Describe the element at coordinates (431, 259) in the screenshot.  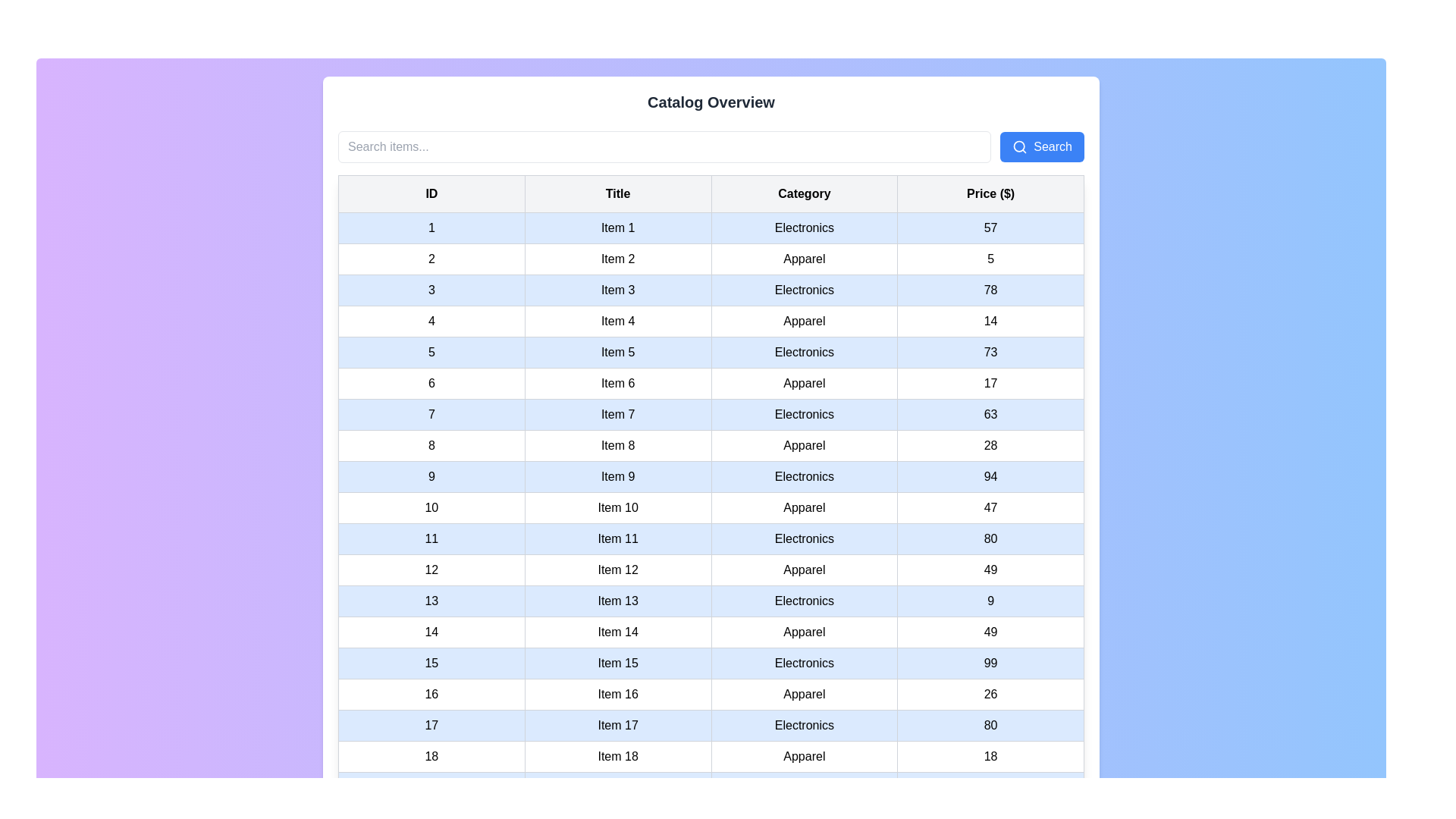
I see `the table cell containing the number '2', which is styled with a white background and bordered by a thin gray outline, located in the second row under the 'ID' column` at that location.